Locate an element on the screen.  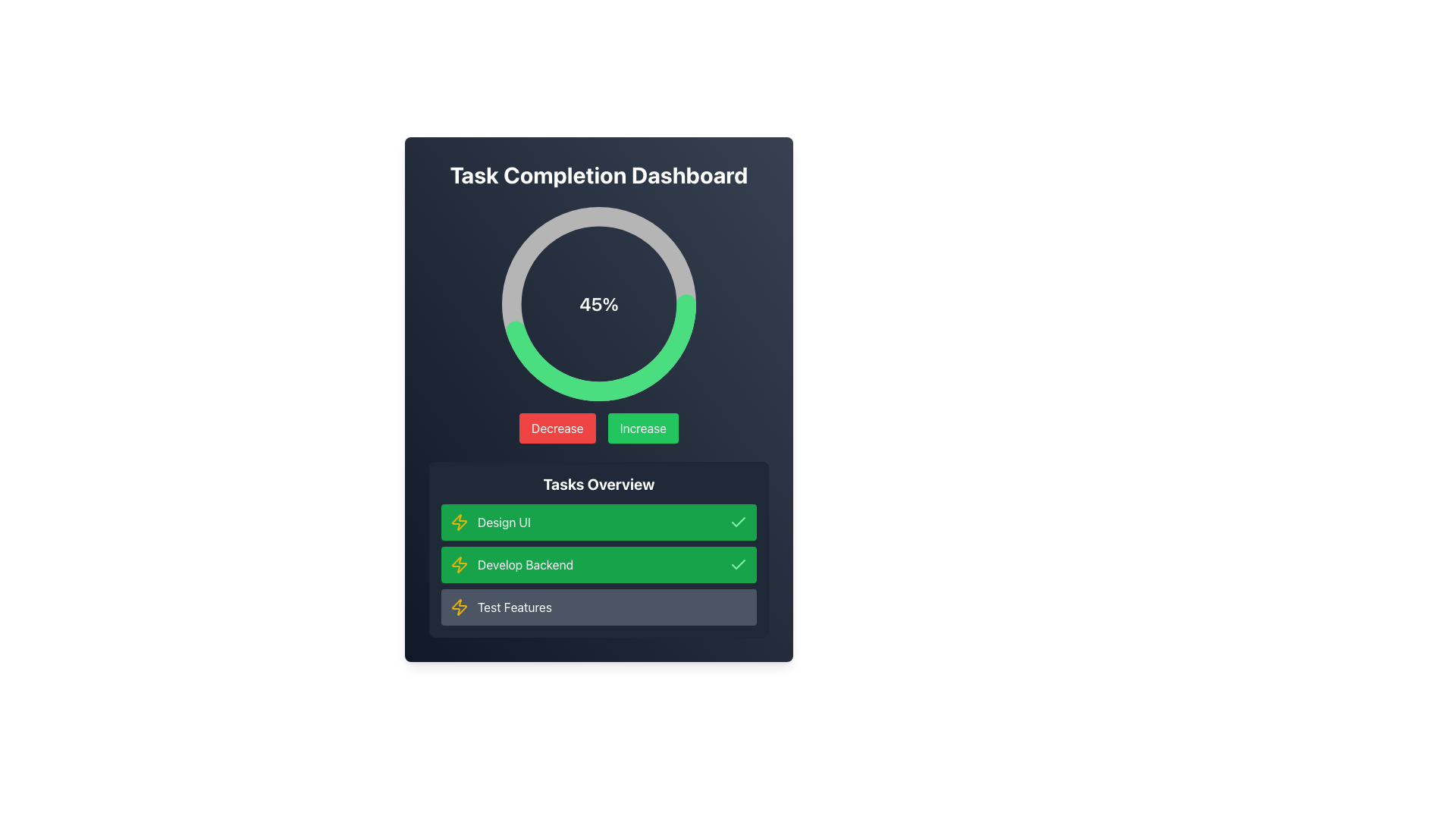
the task indicator icon for the 'Develop Backend' task located in the 'Tasks Overview' section, which is horizontally aligned with the task label is located at coordinates (458, 564).